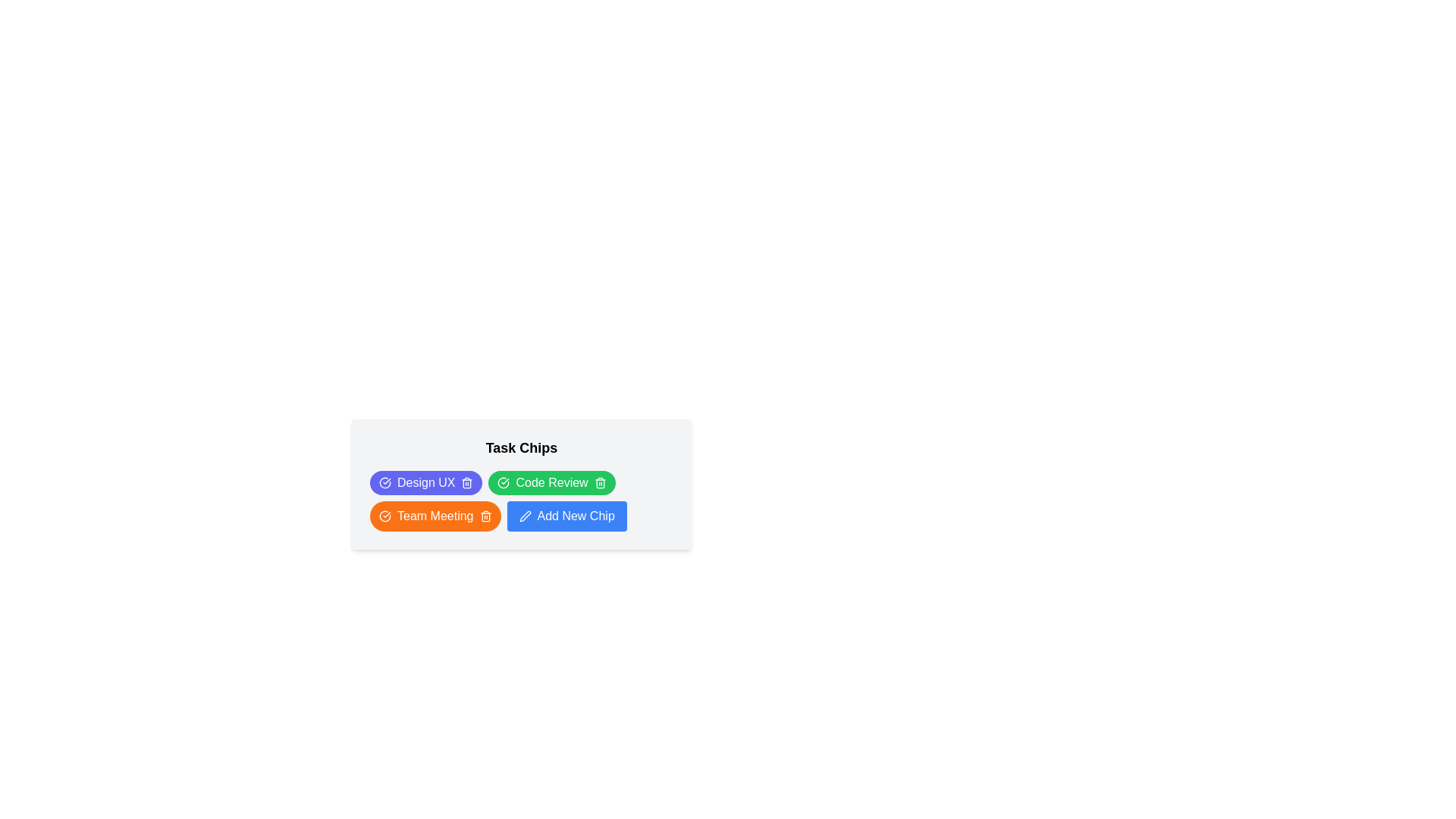  Describe the element at coordinates (435, 516) in the screenshot. I see `the 'Team Meeting' task chip` at that location.